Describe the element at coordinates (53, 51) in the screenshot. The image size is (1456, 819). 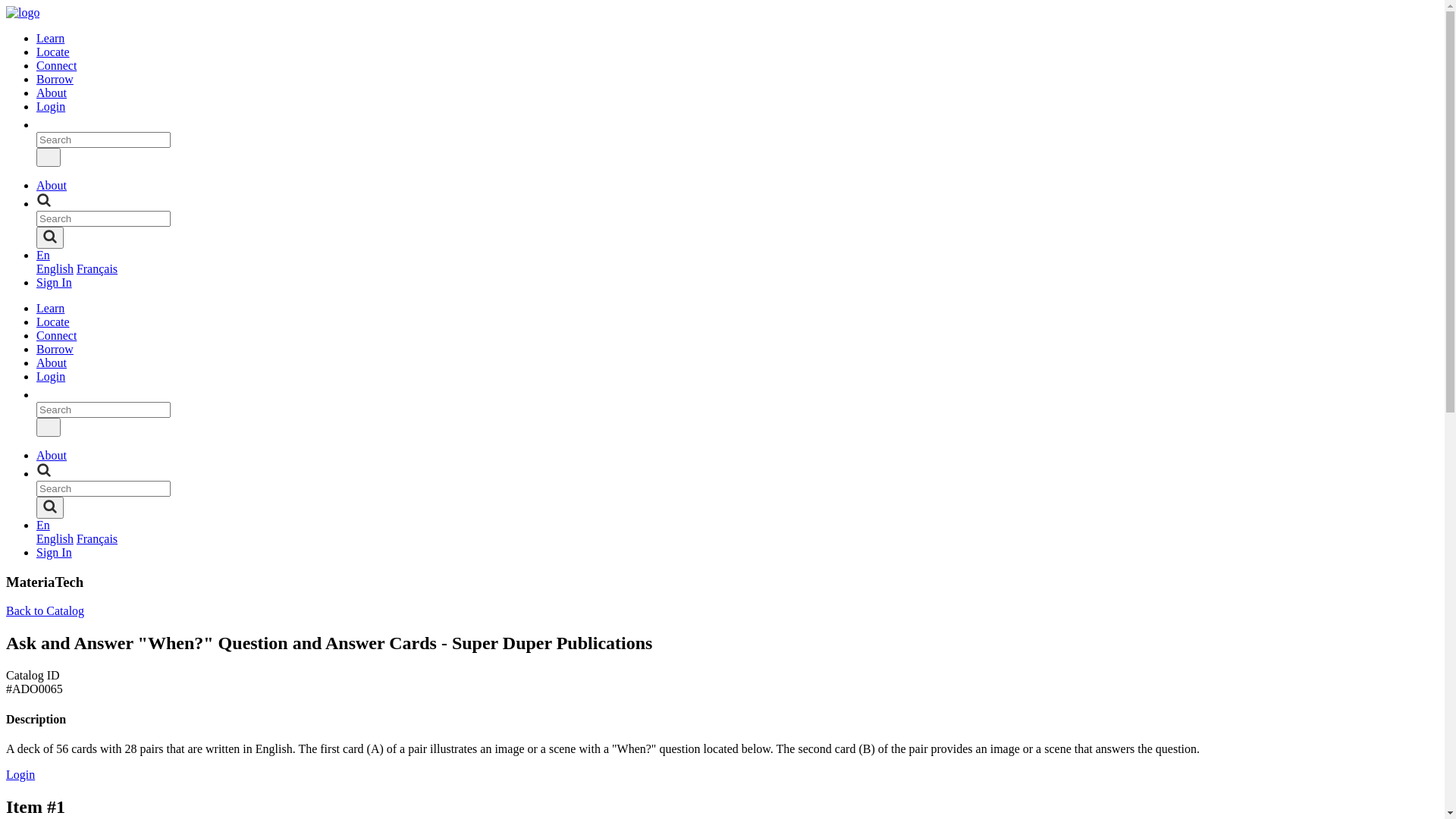
I see `'Locate'` at that location.